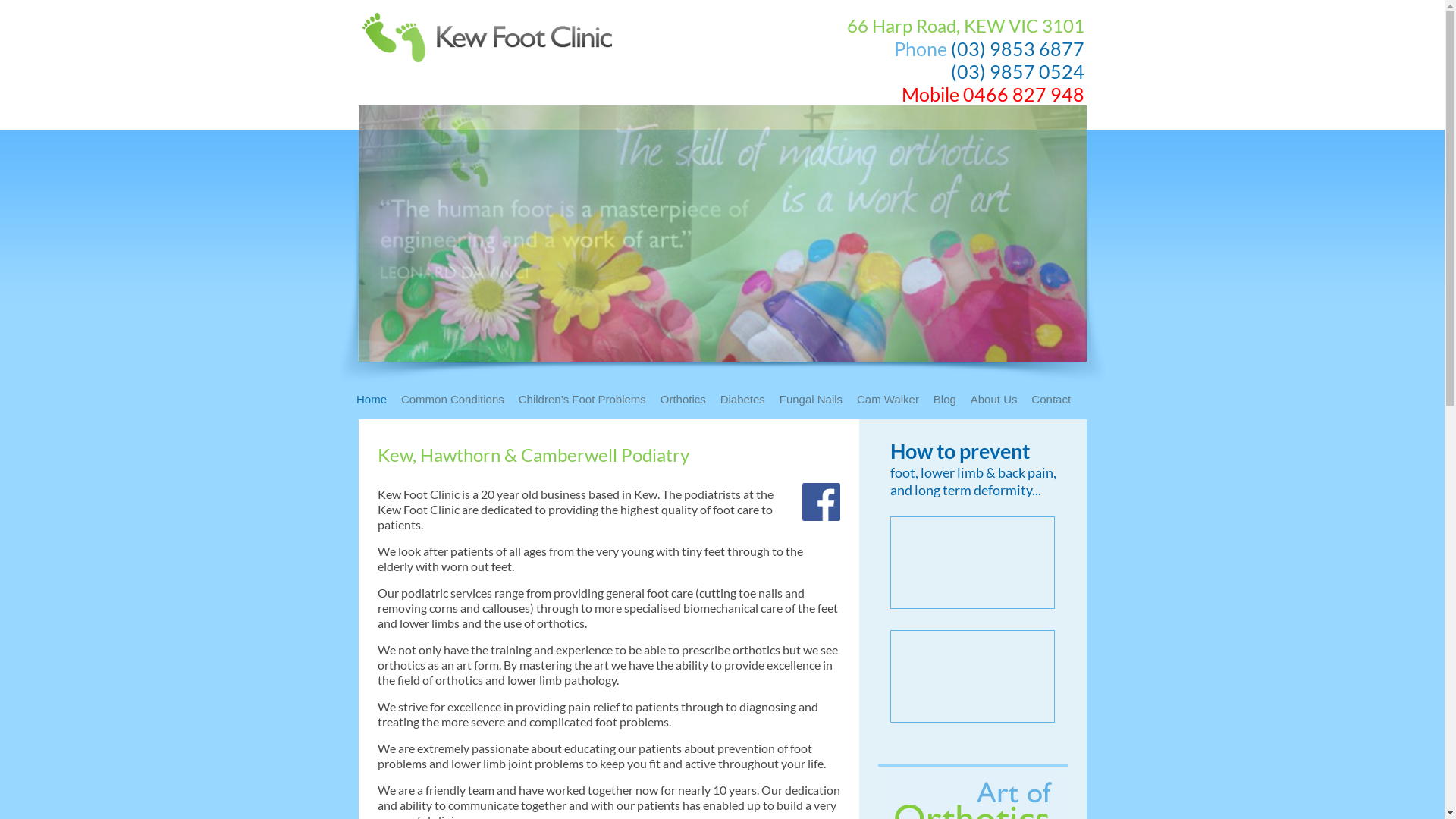  Describe the element at coordinates (377, 403) in the screenshot. I see `'Home'` at that location.